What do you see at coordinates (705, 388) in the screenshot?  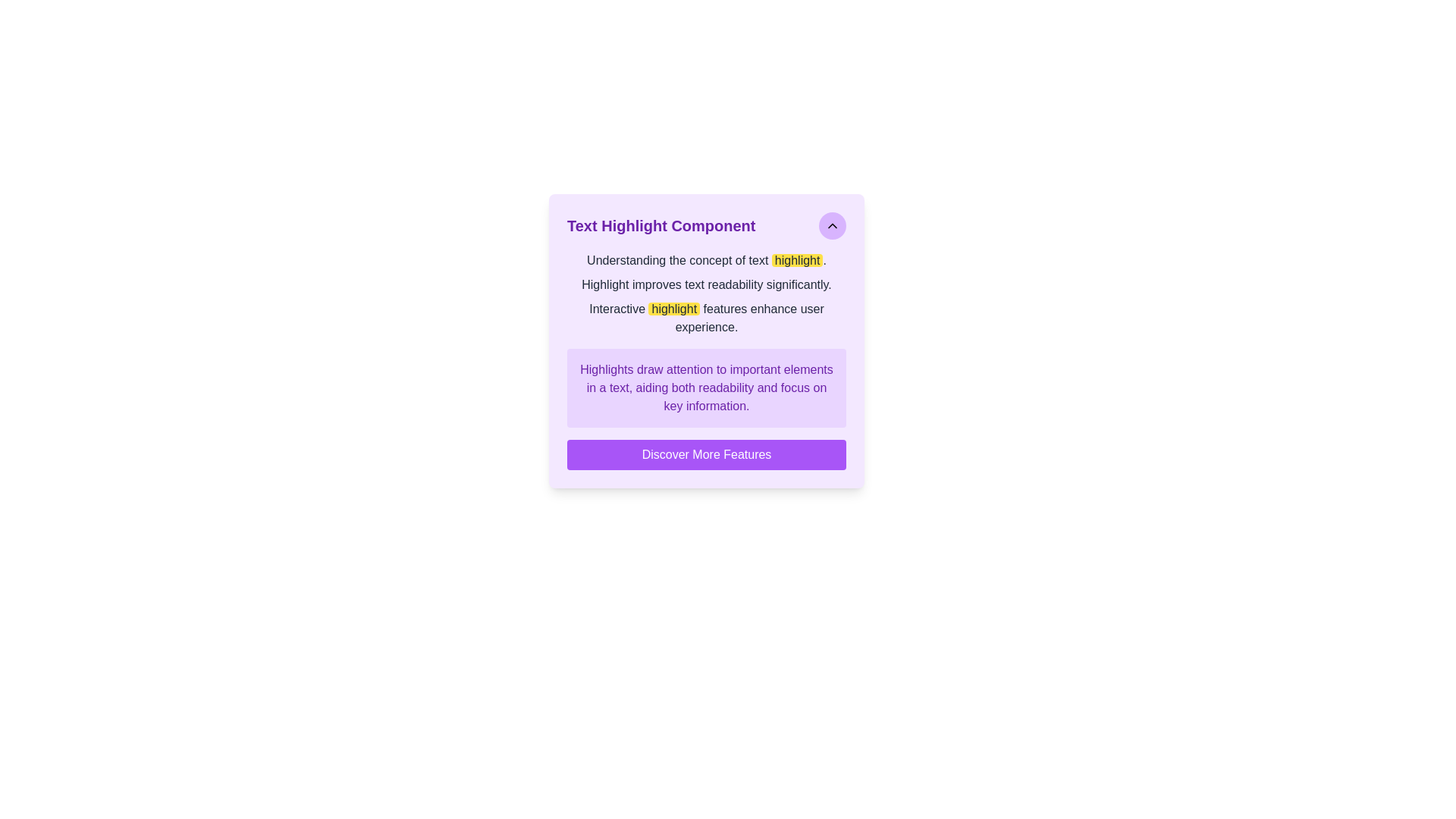 I see `the text block that has a purple background and contains important information about highlights aiding readability` at bounding box center [705, 388].